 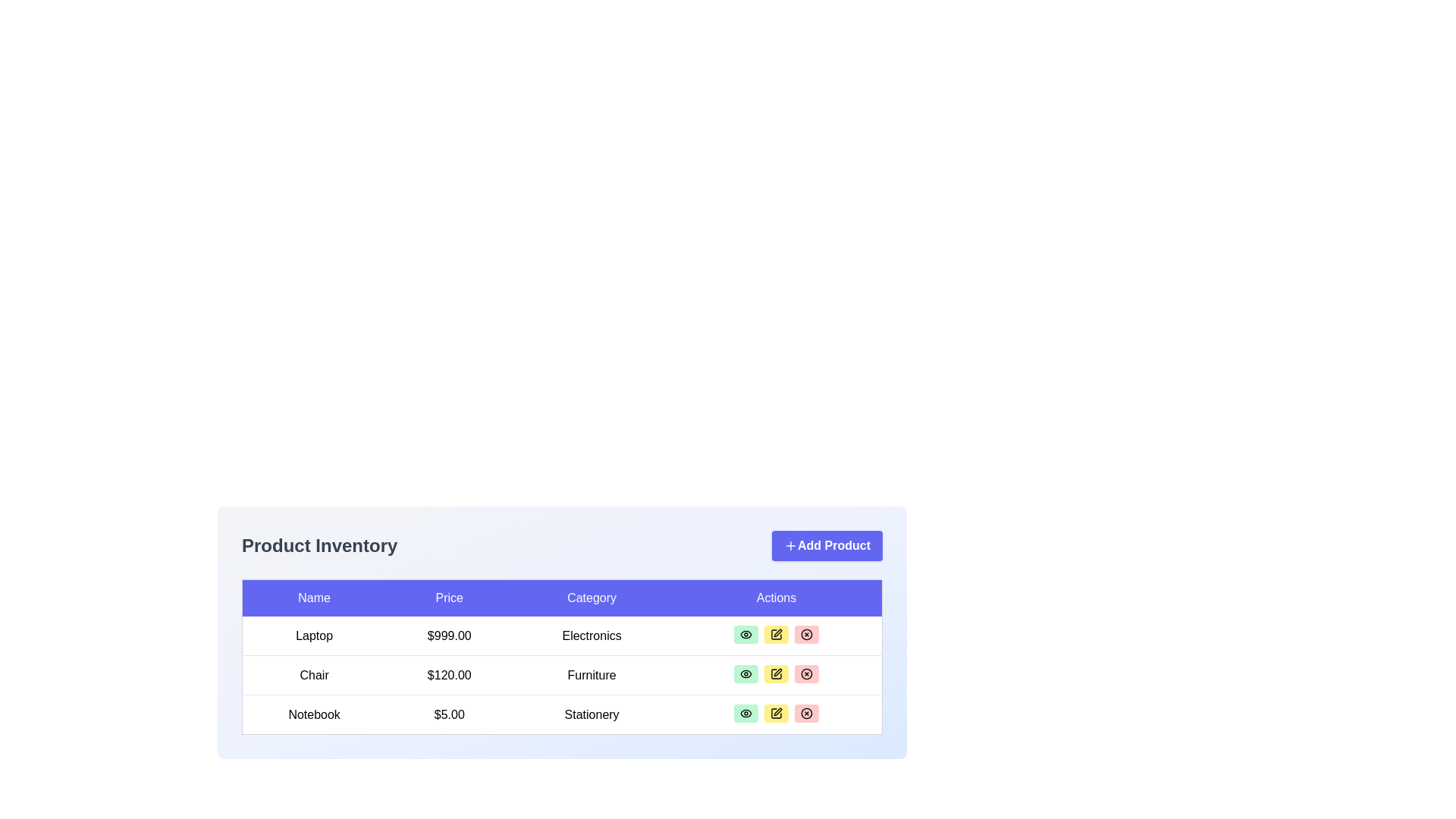 What do you see at coordinates (776, 714) in the screenshot?
I see `the rounded rectangular yellow button with a pen icon in the 'Actions' column of the last row` at bounding box center [776, 714].